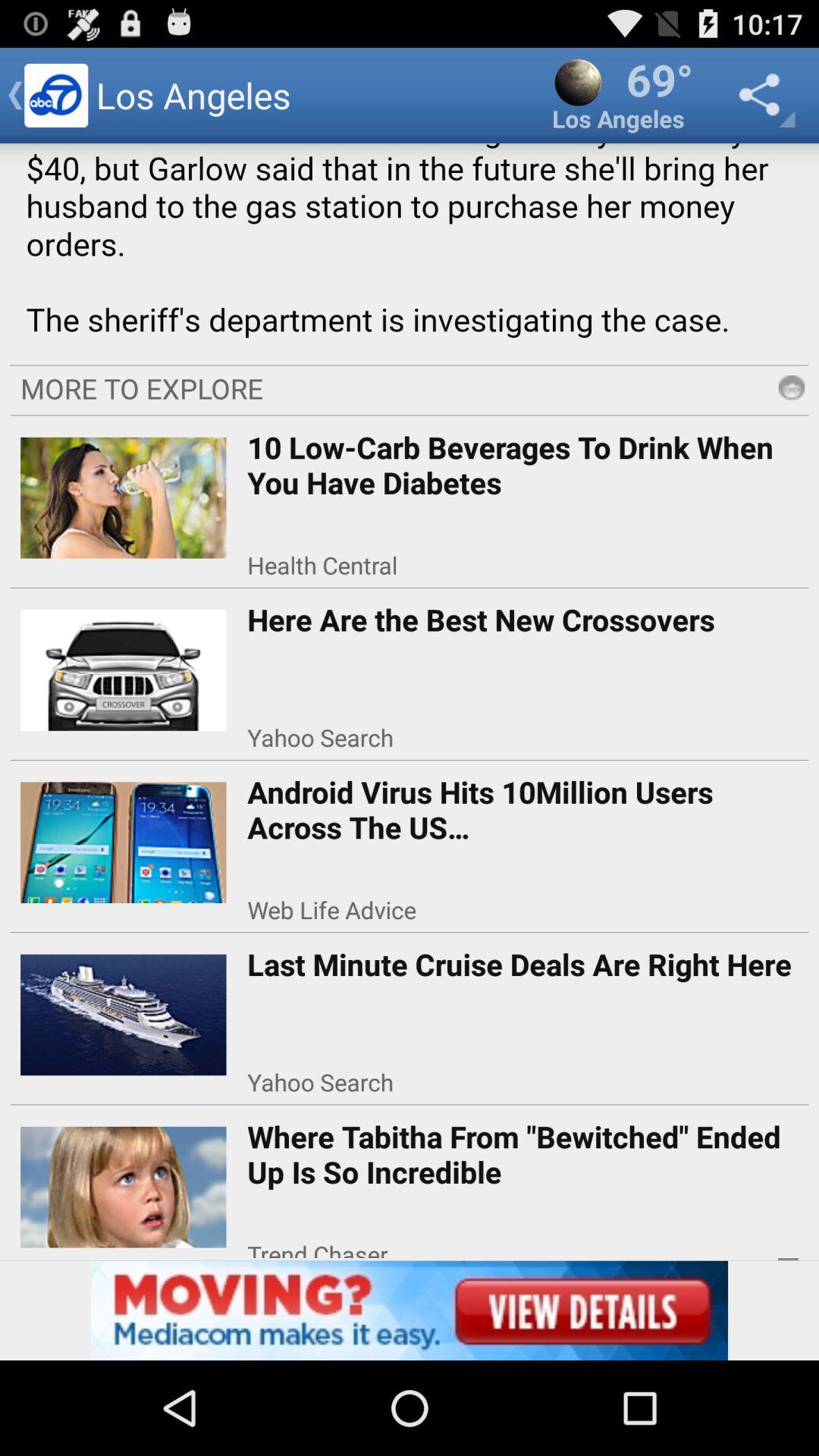 Image resolution: width=819 pixels, height=1456 pixels. I want to click on read the full news story, so click(409, 249).